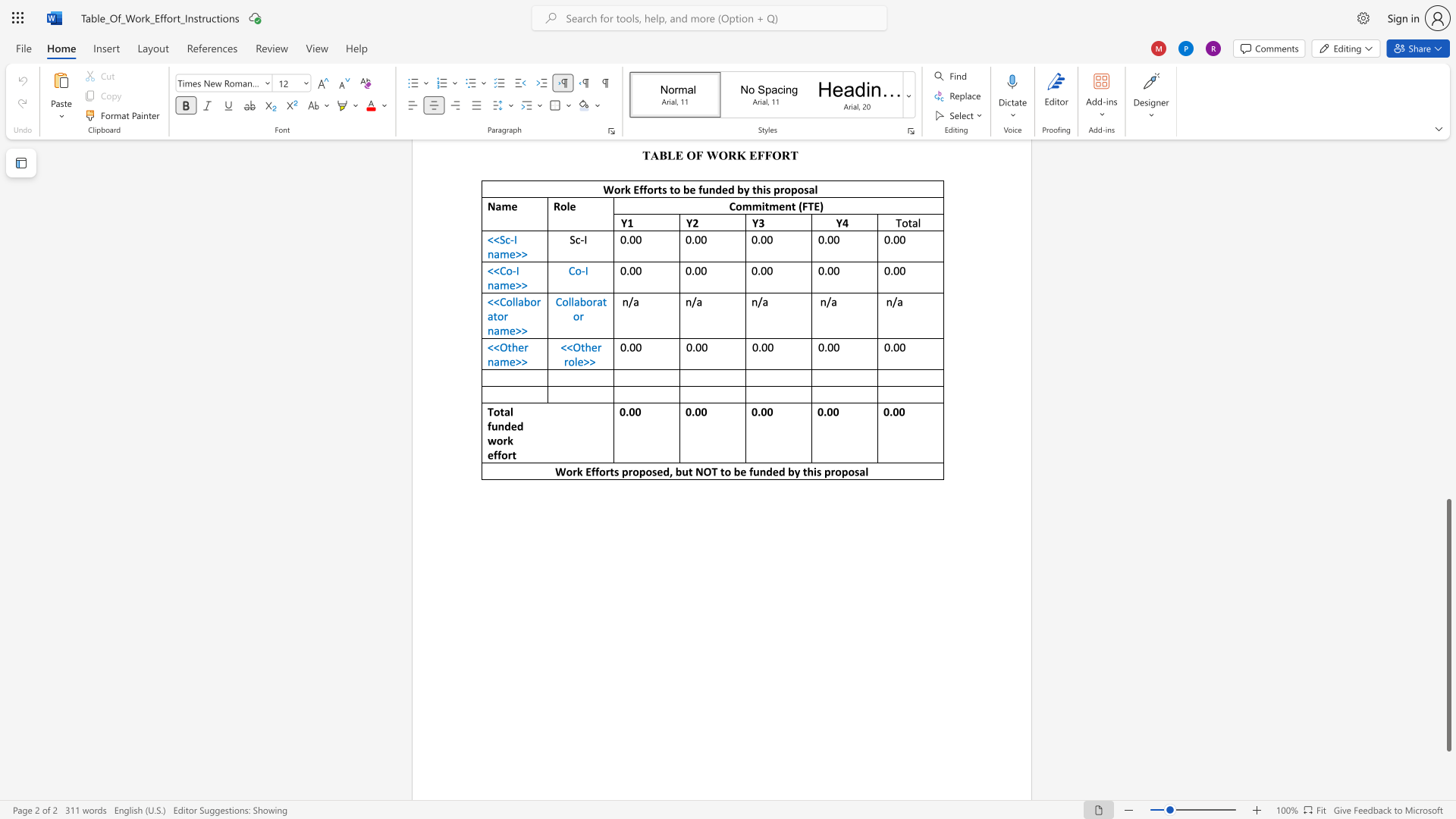 This screenshot has height=819, width=1456. Describe the element at coordinates (1448, 303) in the screenshot. I see `the scrollbar to move the content higher` at that location.